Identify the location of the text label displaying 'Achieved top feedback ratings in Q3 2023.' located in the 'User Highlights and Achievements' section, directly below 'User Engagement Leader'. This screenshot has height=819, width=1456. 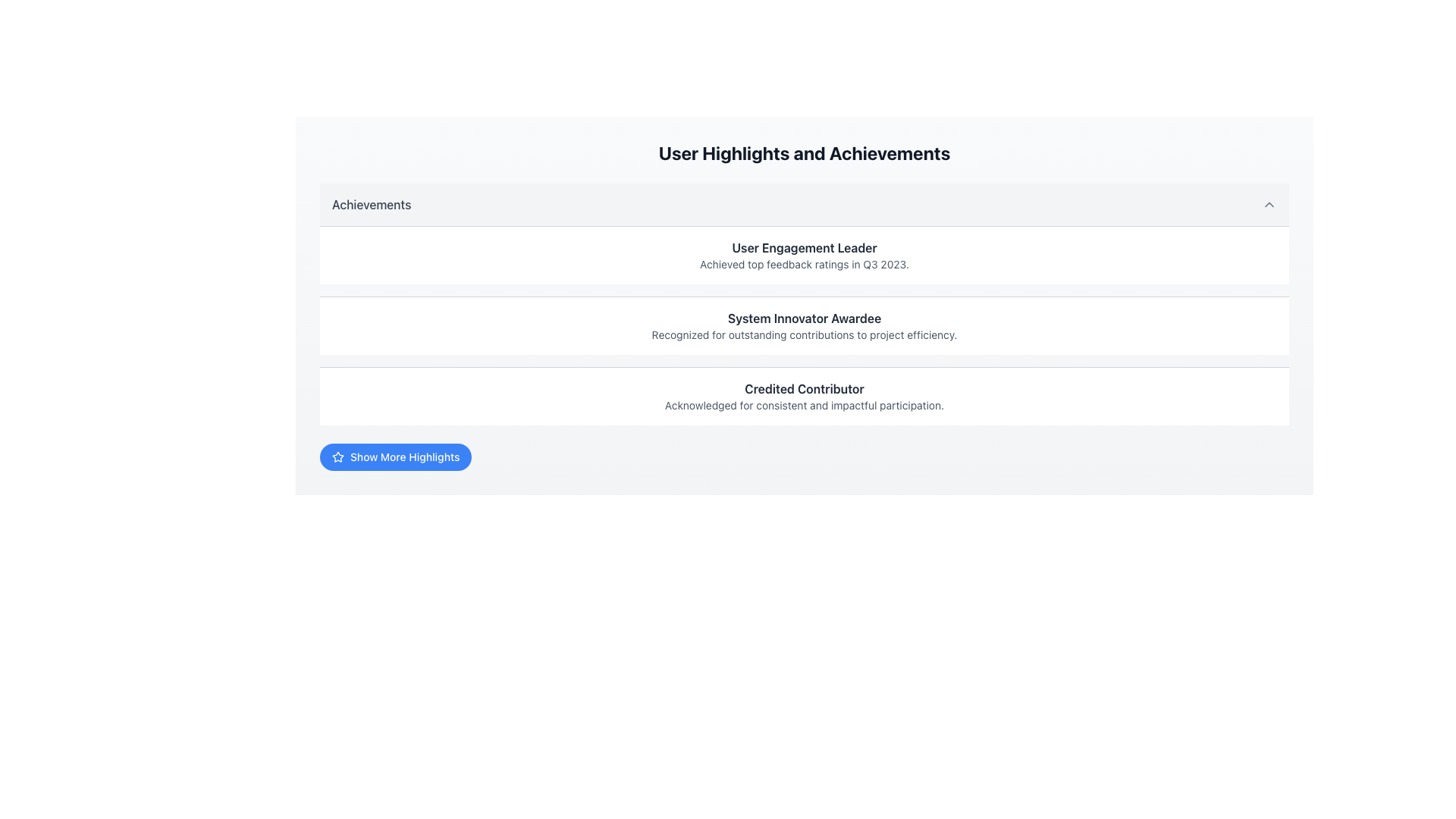
(803, 263).